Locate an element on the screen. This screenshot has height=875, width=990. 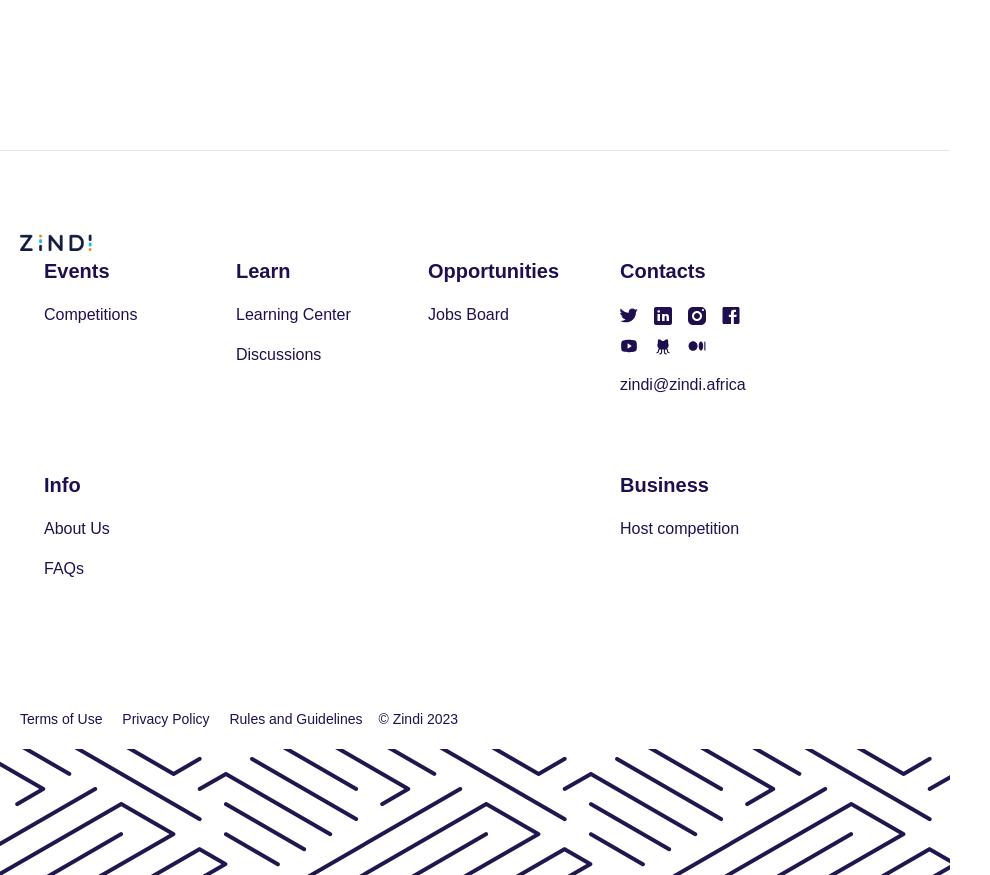
'Discussions' is located at coordinates (278, 354).